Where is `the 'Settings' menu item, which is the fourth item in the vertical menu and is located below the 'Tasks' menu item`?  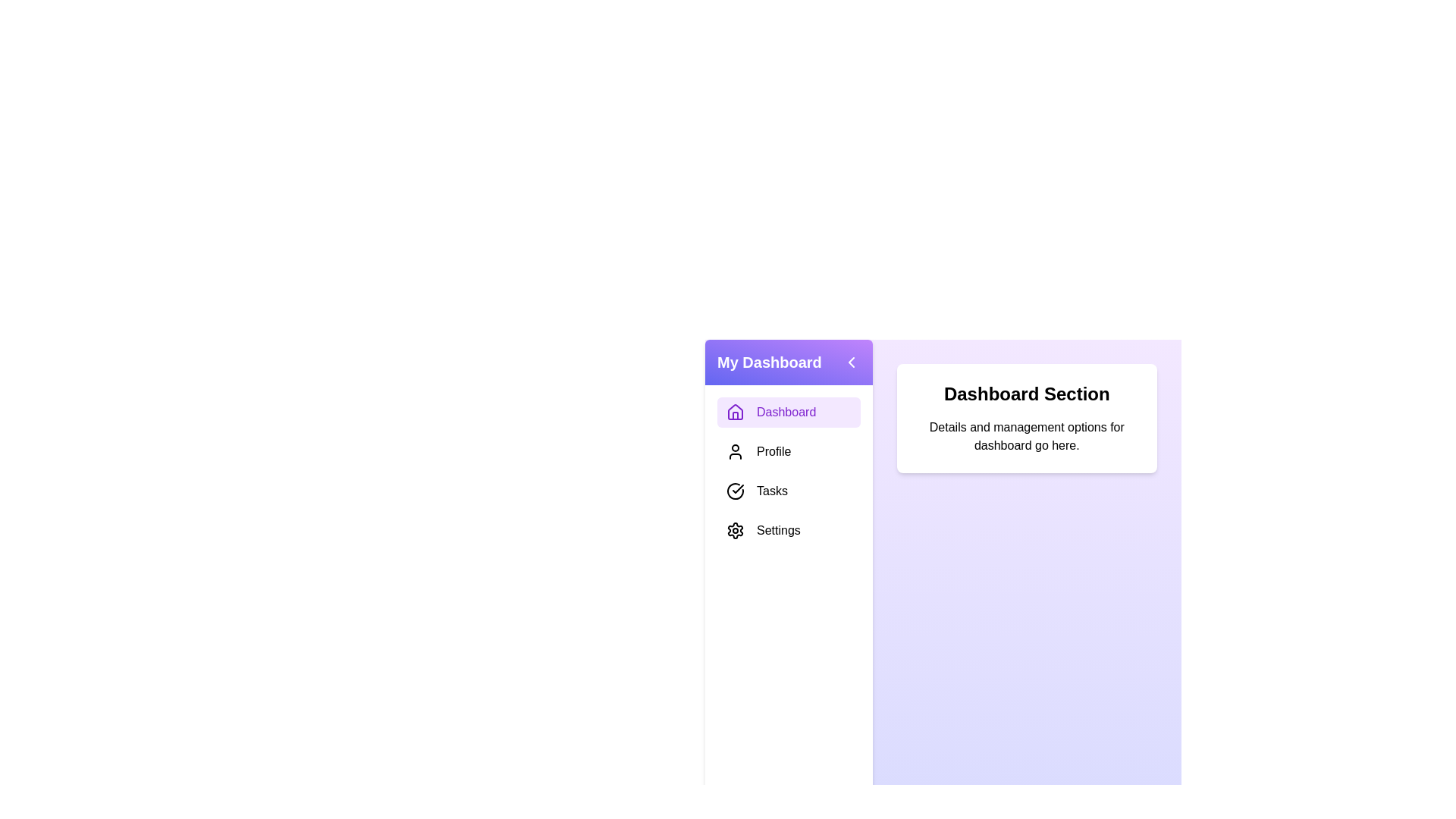 the 'Settings' menu item, which is the fourth item in the vertical menu and is located below the 'Tasks' menu item is located at coordinates (789, 529).